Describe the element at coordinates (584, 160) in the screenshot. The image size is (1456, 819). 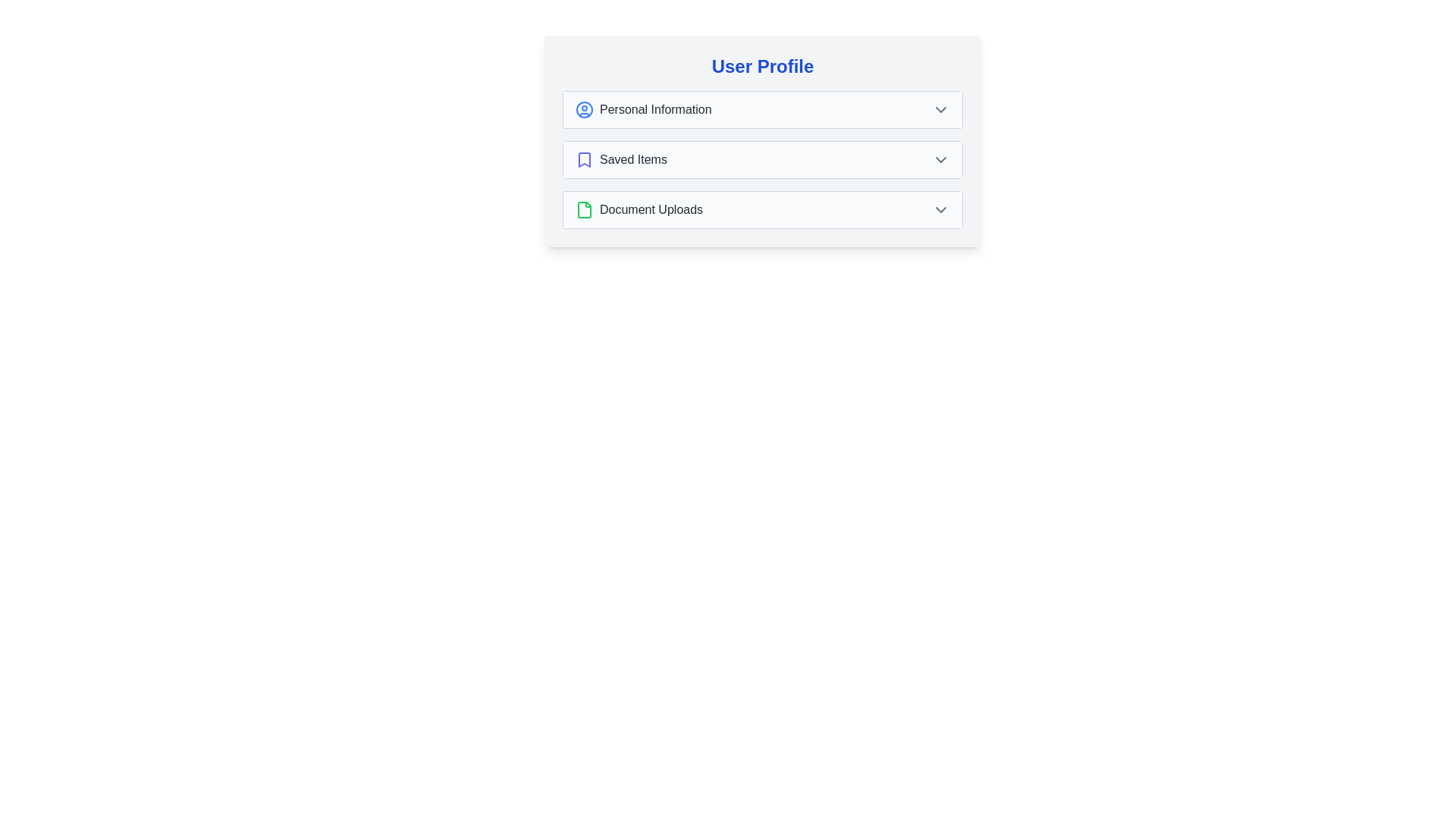
I see `the 'Saved Items' icon located in the second row of the 'User Profile' section` at that location.